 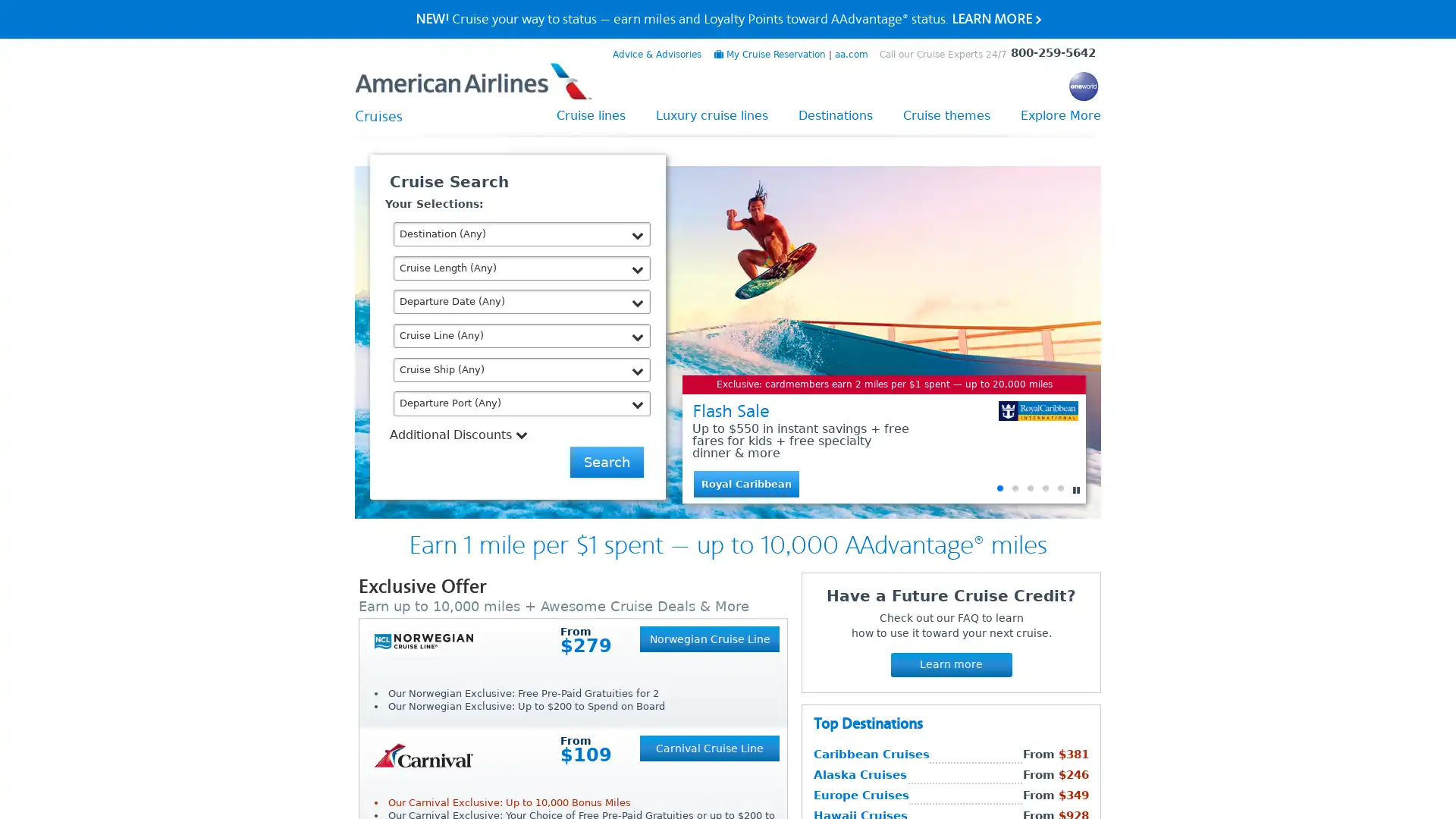 I want to click on Go to slide 4, so click(x=1043, y=488).